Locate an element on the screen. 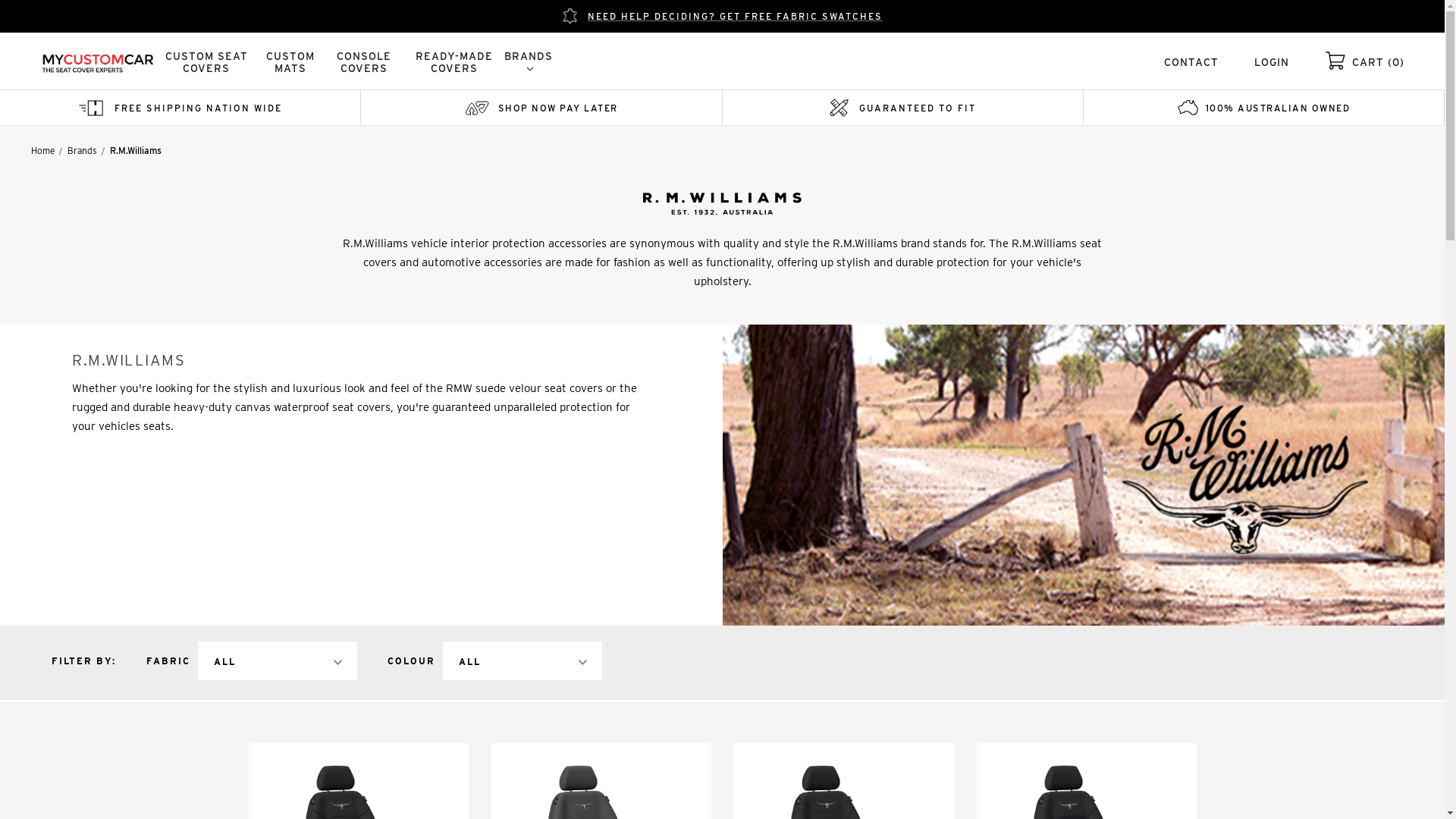  'BRANDS' is located at coordinates (528, 61).